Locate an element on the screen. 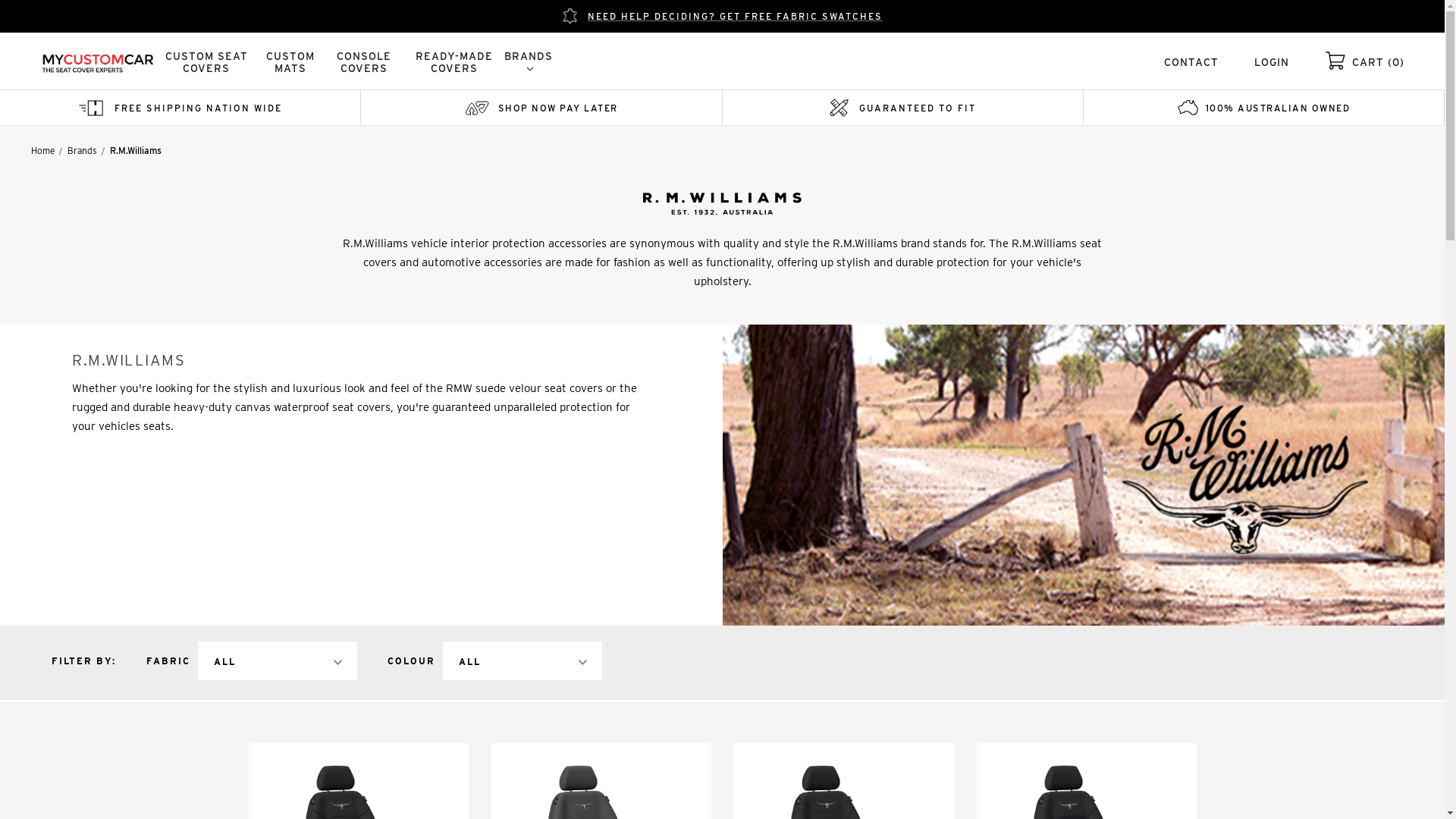  'BRANDS' is located at coordinates (528, 61).